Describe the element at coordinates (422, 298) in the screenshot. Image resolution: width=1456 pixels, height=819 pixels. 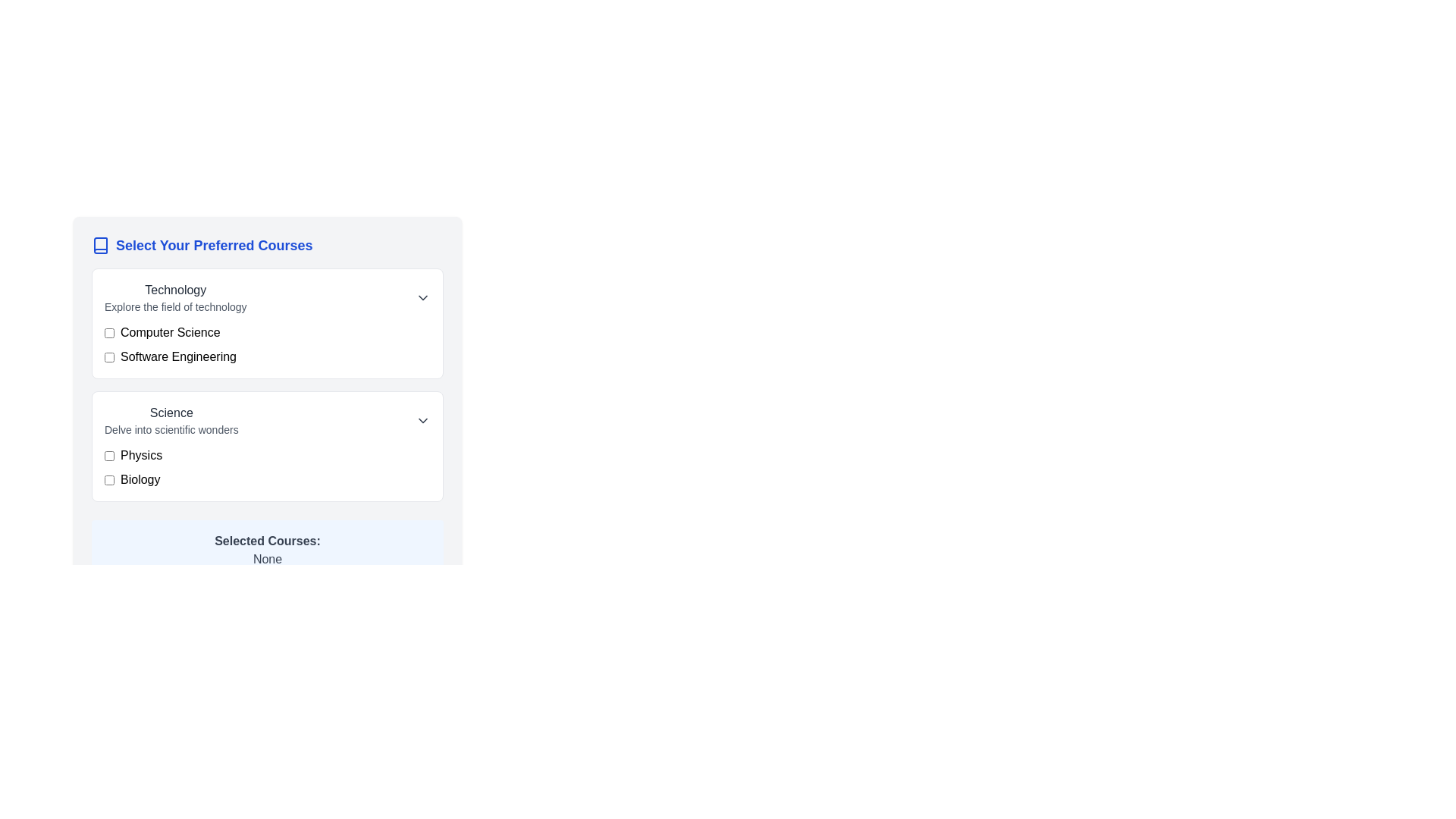
I see `the downward-facing chevron icon in the button structure located at the rightmost side of the 'Technology' section` at that location.